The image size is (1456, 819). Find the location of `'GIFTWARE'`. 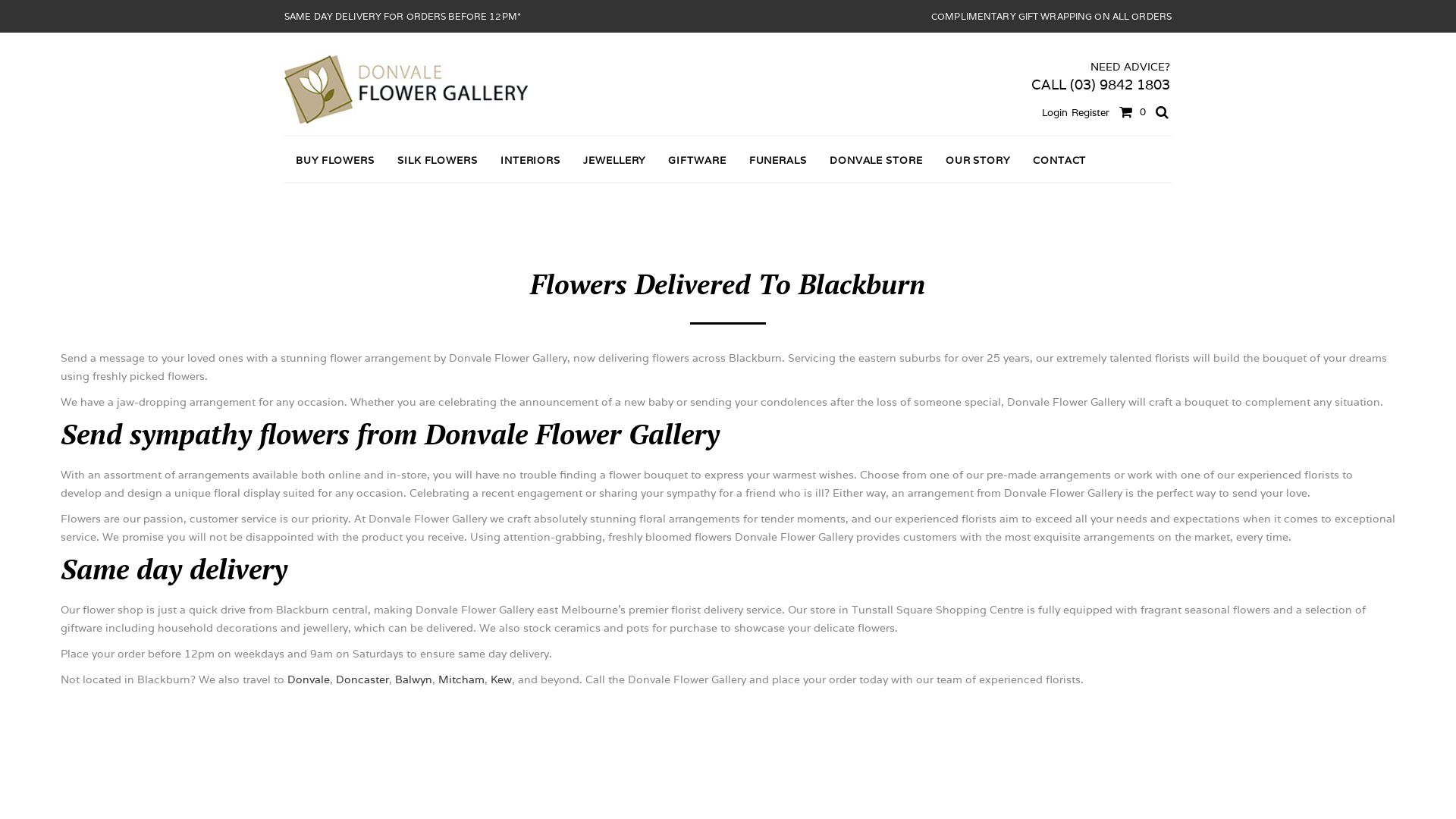

'GIFTWARE' is located at coordinates (695, 160).